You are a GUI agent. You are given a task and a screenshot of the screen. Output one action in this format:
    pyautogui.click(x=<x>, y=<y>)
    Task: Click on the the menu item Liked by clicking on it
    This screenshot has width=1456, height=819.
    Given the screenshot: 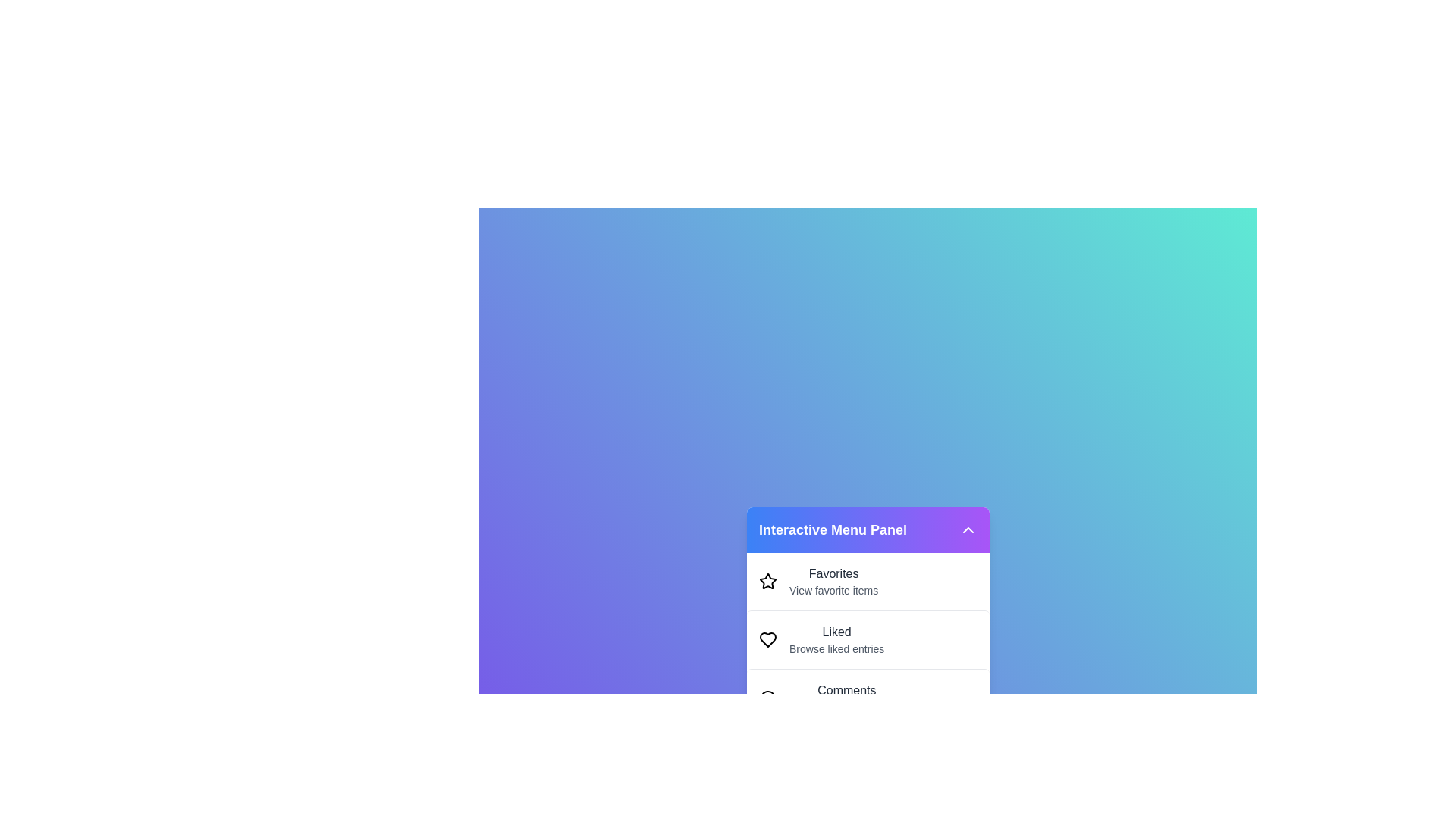 What is the action you would take?
    pyautogui.click(x=868, y=639)
    